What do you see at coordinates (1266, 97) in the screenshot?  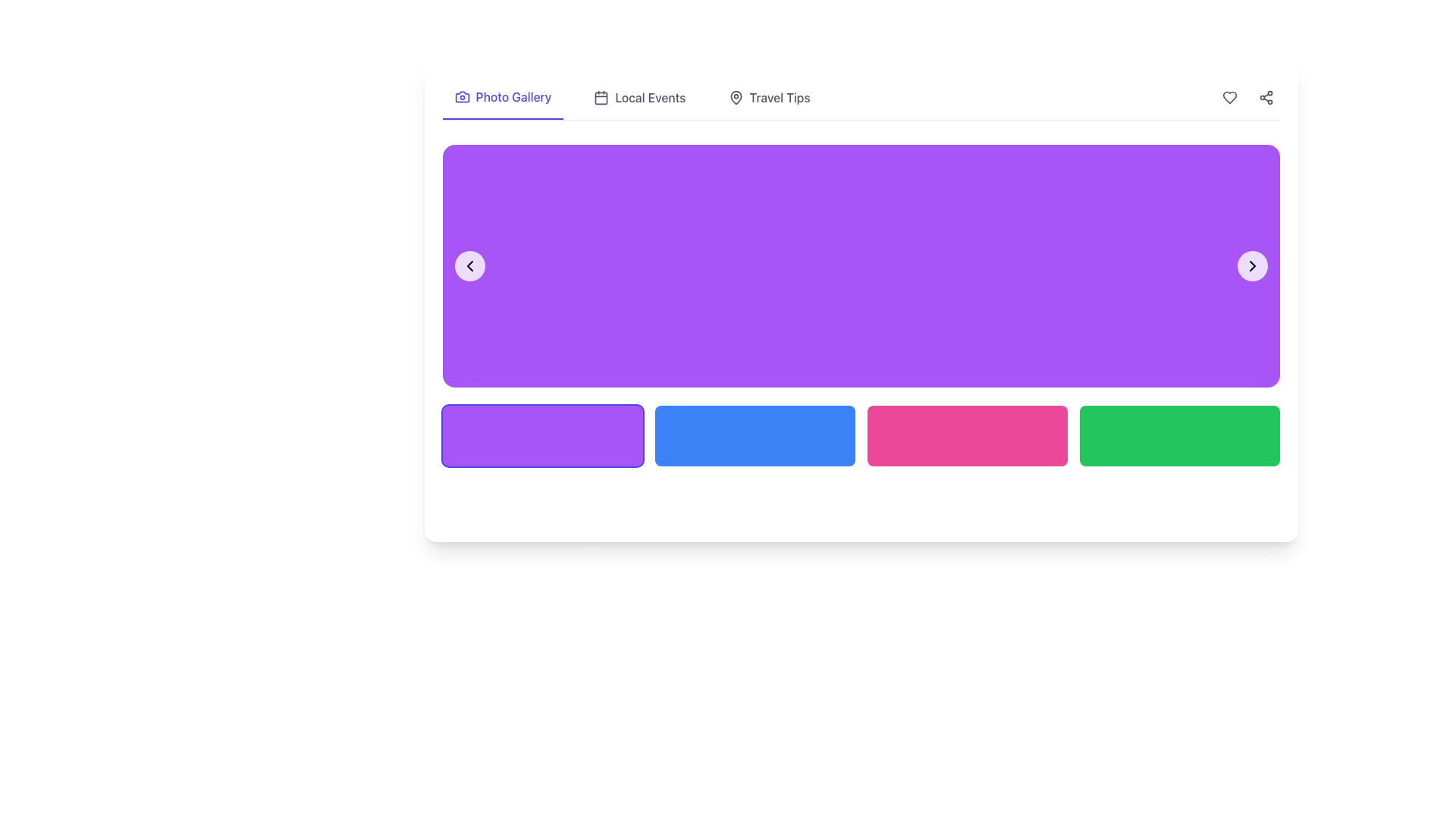 I see `the sharing functionality icon located in the top-right corner of the interface, characterized by three circular nodes and two connecting lines forming a triangular pattern` at bounding box center [1266, 97].